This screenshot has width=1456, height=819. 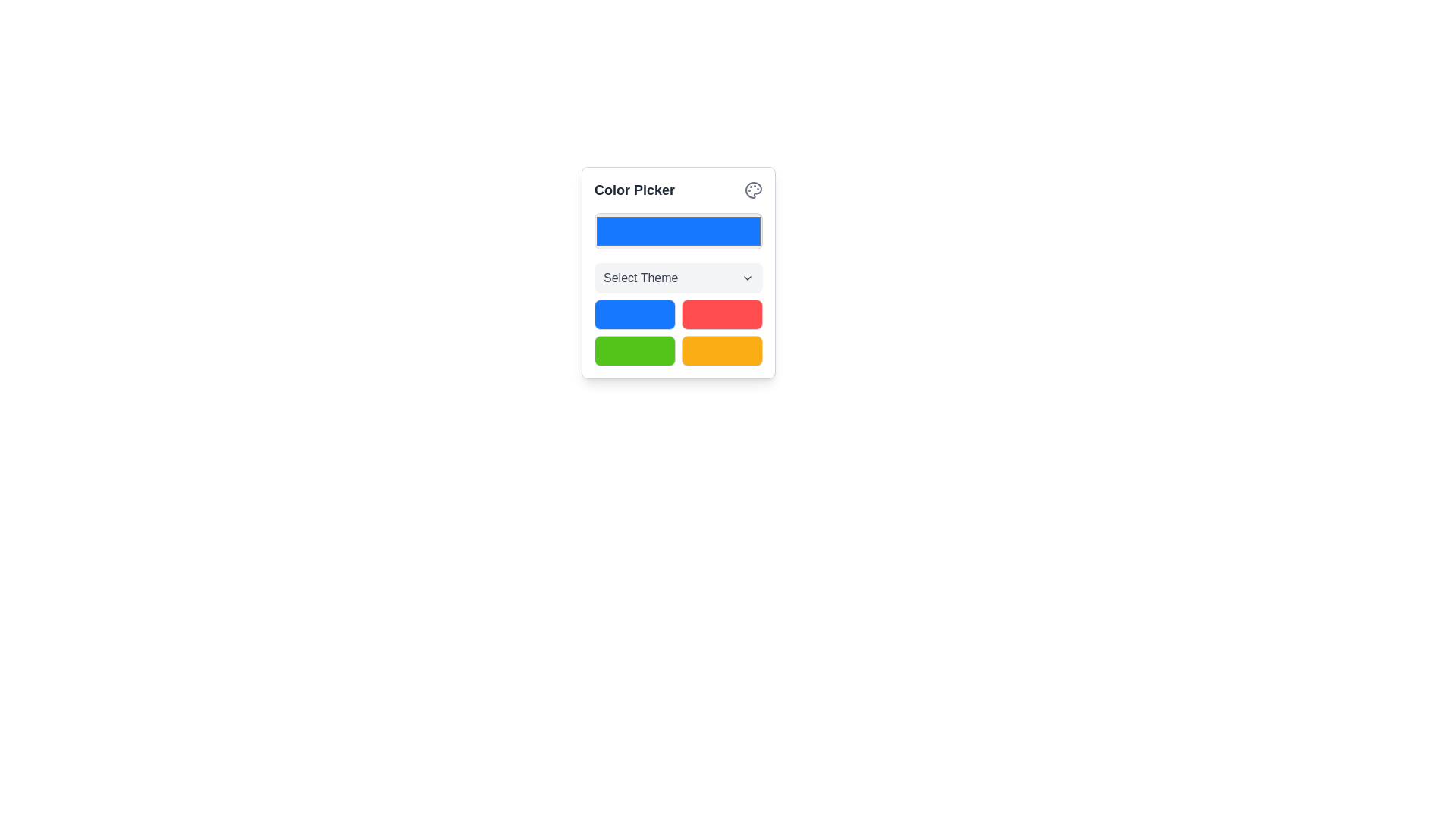 I want to click on the top-right red button in the grid layout, so click(x=721, y=314).